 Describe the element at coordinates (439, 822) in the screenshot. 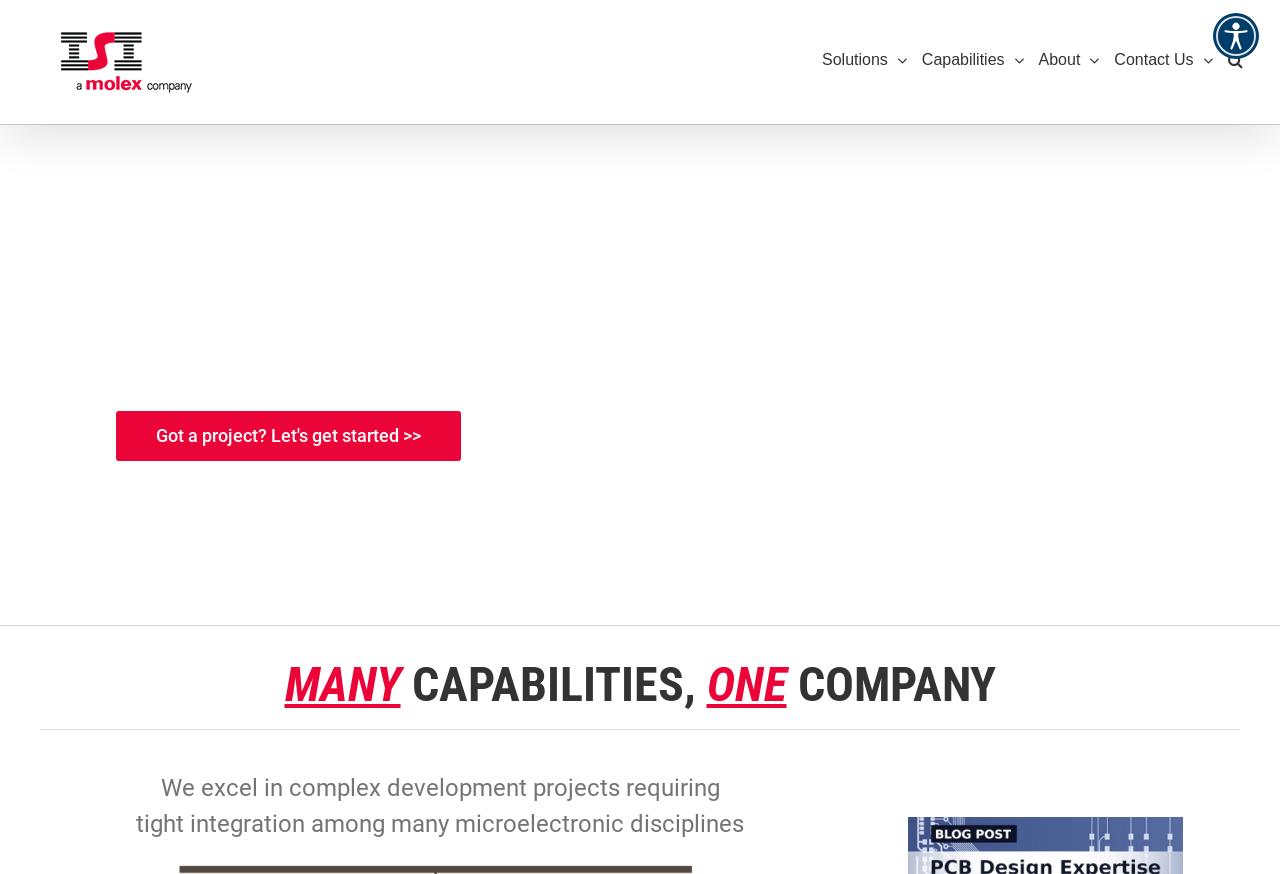

I see `'tight integration among many microelectronic disciplines'` at that location.